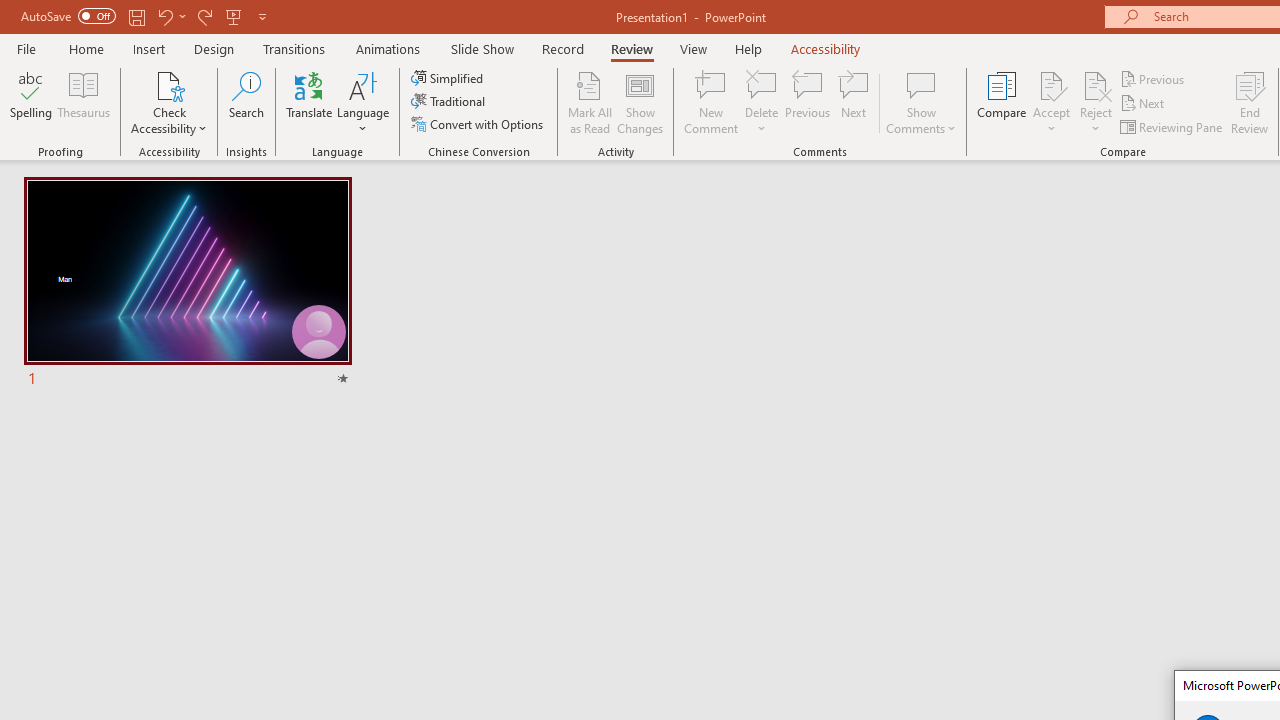 This screenshot has height=720, width=1280. I want to click on 'Simplified', so click(448, 77).